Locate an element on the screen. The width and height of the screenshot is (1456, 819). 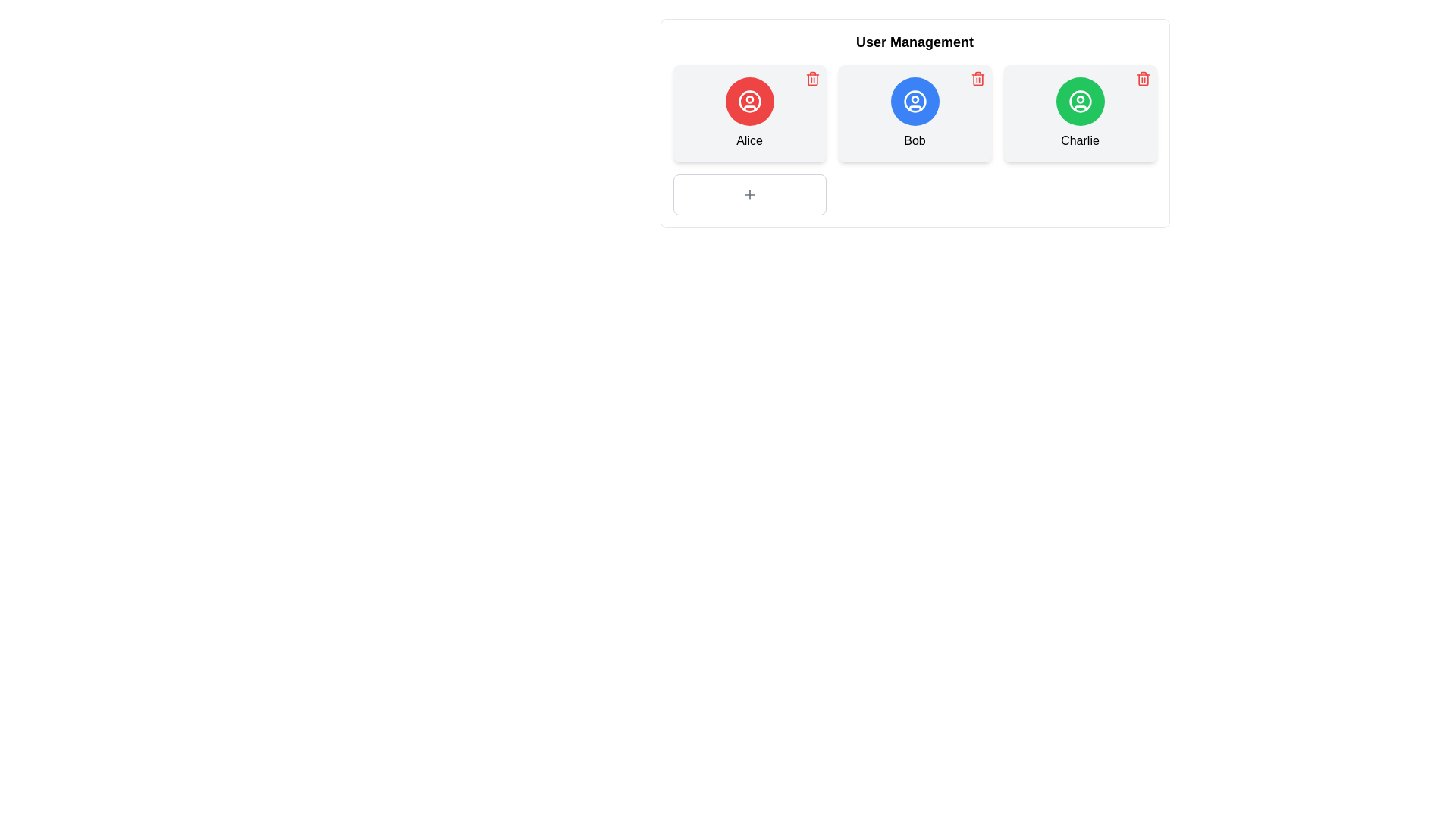
the delete button located in the top-right corner of the user information card for 'Bob' to observe hover state changes is located at coordinates (977, 79).